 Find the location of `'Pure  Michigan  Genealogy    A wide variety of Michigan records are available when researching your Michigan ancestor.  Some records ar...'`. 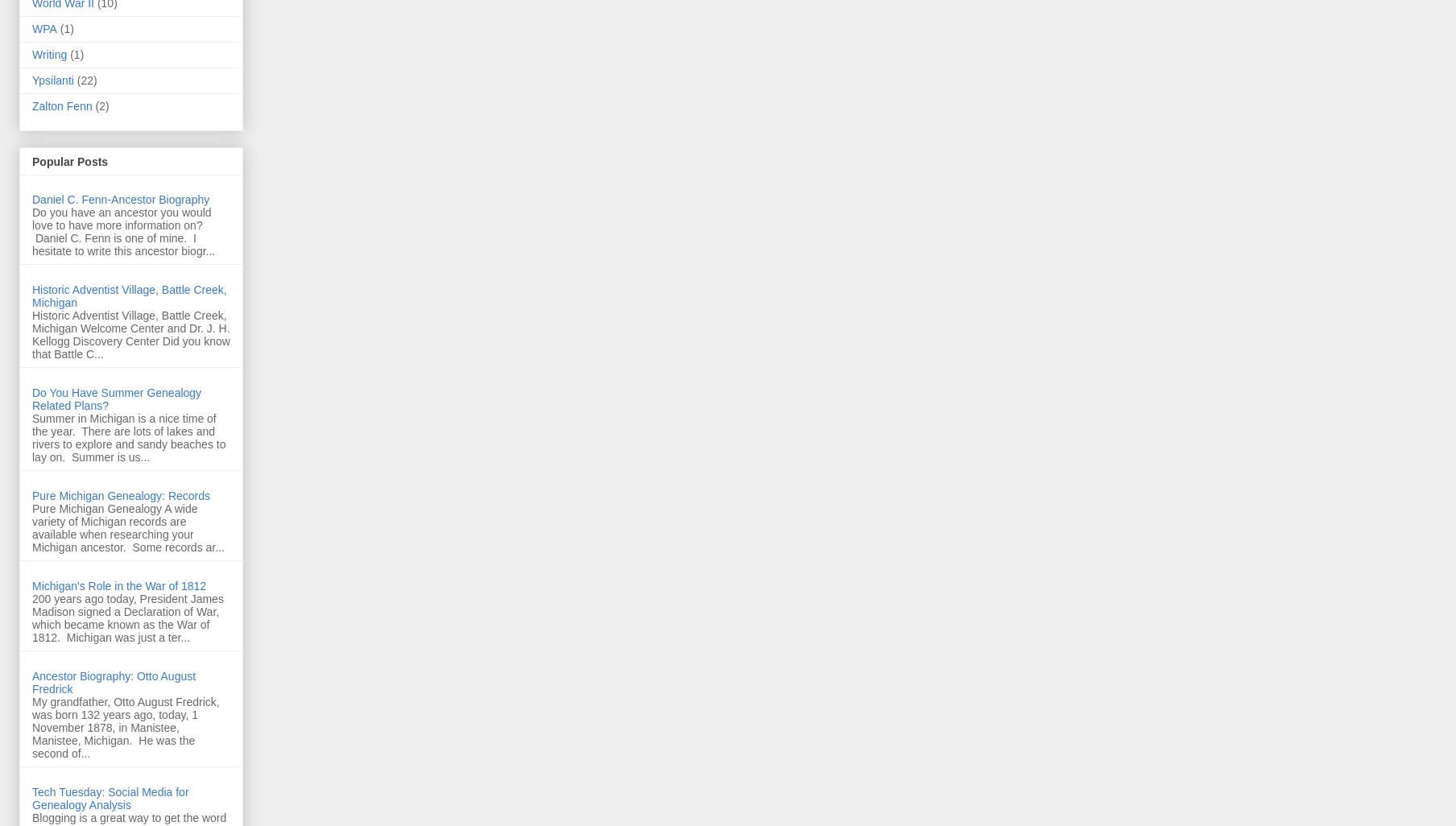

'Pure  Michigan  Genealogy    A wide variety of Michigan records are available when researching your Michigan ancestor.  Some records ar...' is located at coordinates (127, 527).